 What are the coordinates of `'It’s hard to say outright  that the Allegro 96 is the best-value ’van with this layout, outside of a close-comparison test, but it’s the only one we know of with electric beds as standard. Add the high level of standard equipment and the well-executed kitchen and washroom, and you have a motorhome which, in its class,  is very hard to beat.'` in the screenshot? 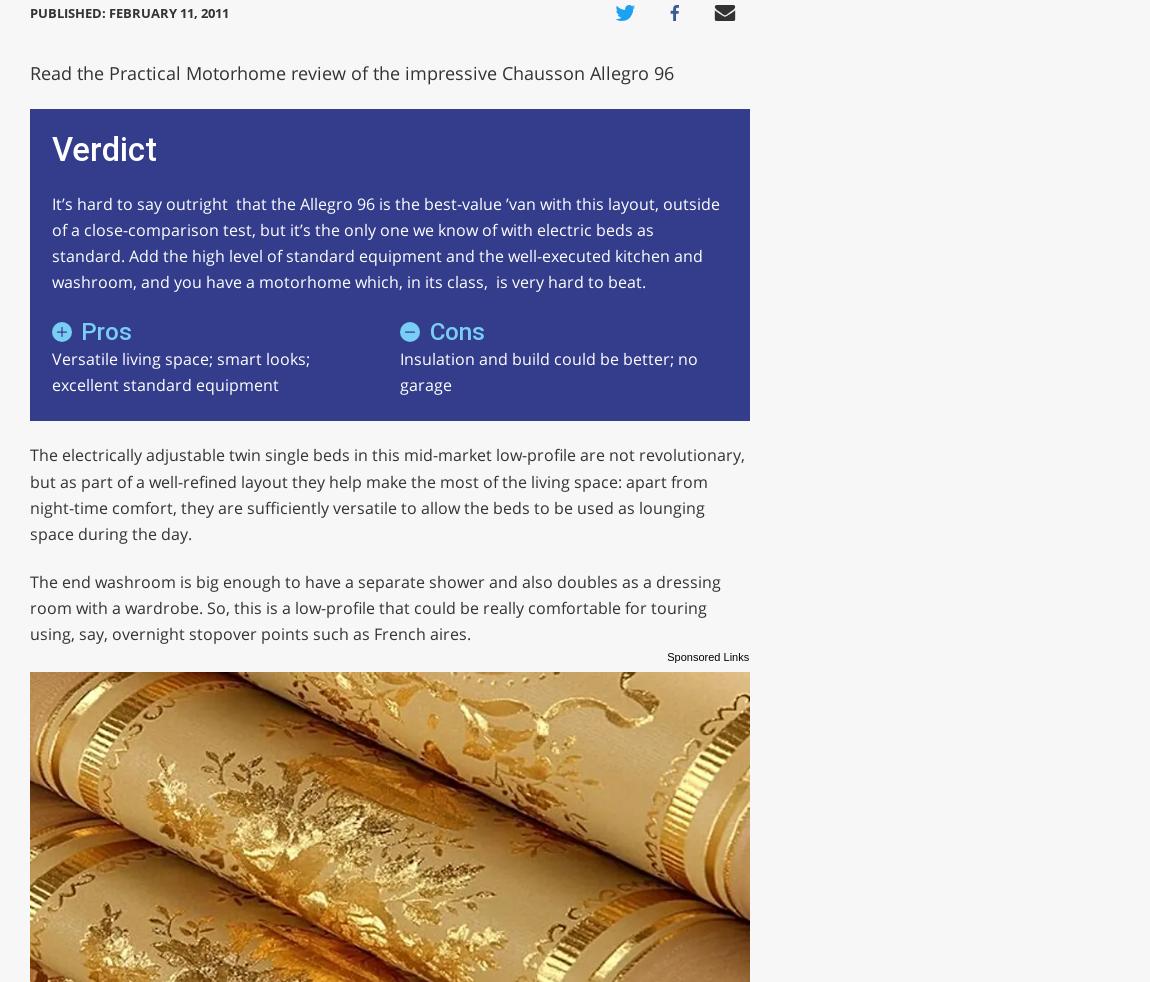 It's located at (49, 242).